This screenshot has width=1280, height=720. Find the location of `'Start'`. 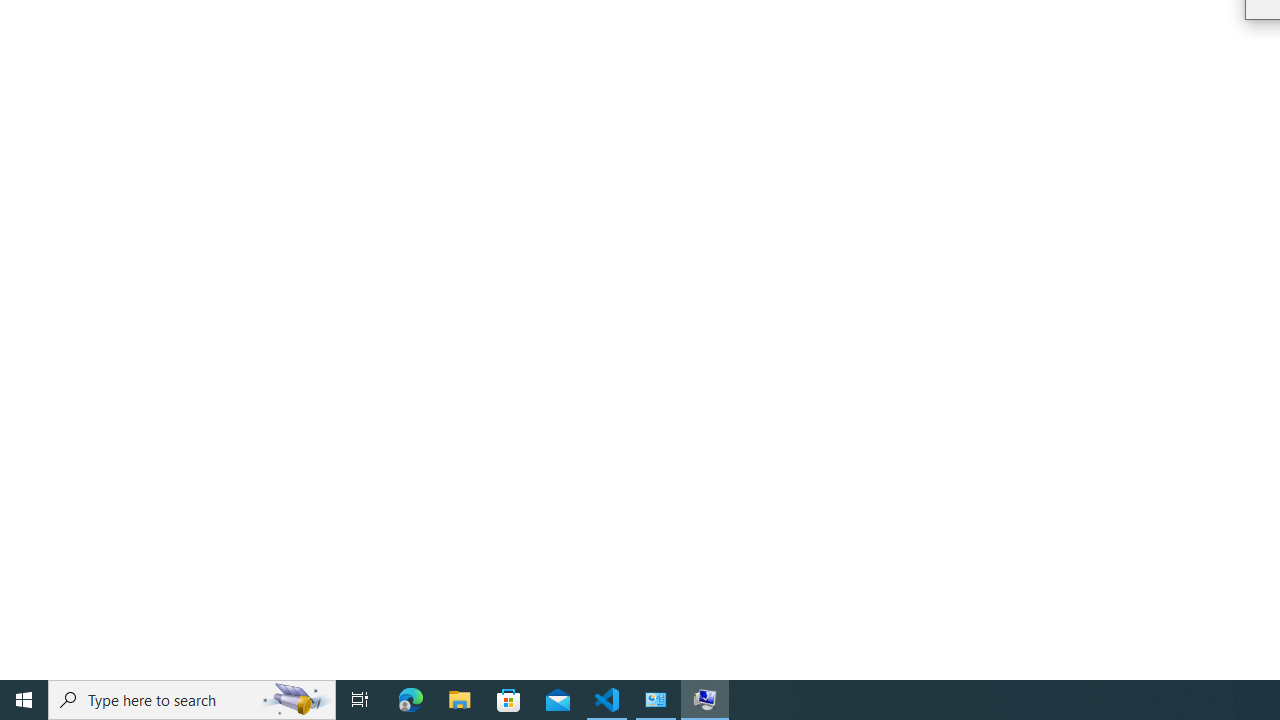

'Start' is located at coordinates (24, 698).